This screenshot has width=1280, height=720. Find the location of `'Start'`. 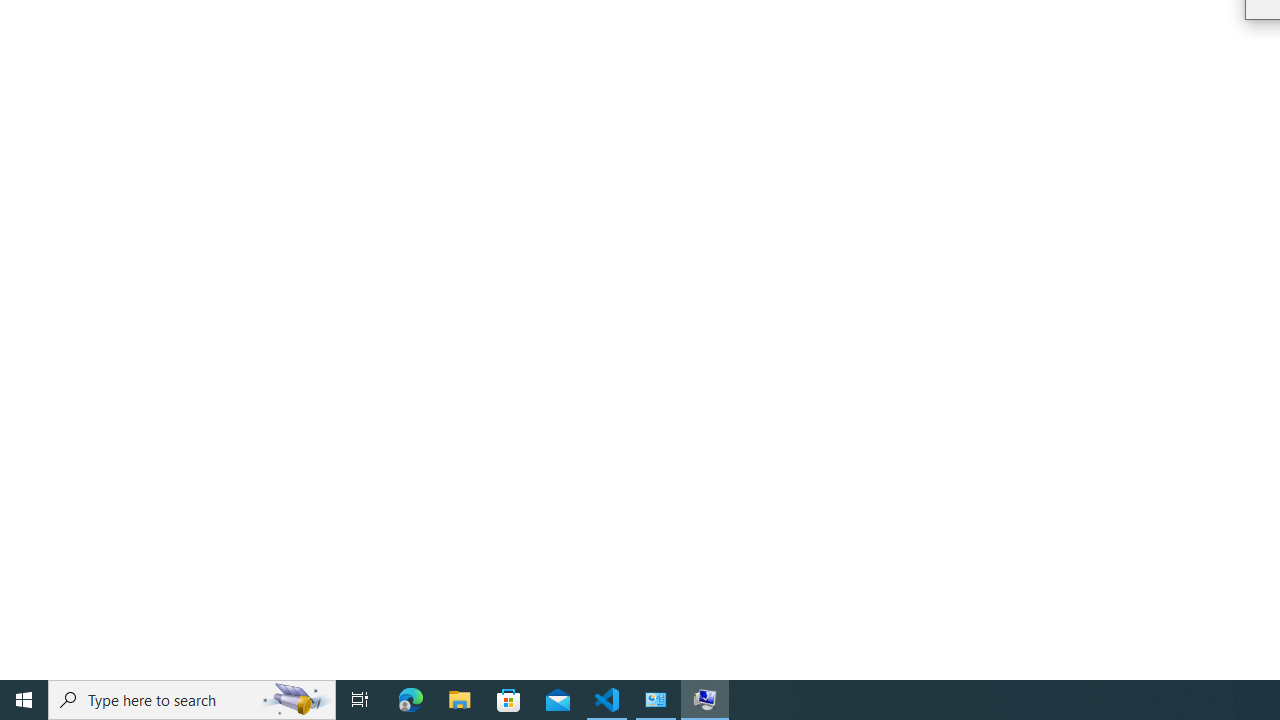

'Start' is located at coordinates (24, 698).